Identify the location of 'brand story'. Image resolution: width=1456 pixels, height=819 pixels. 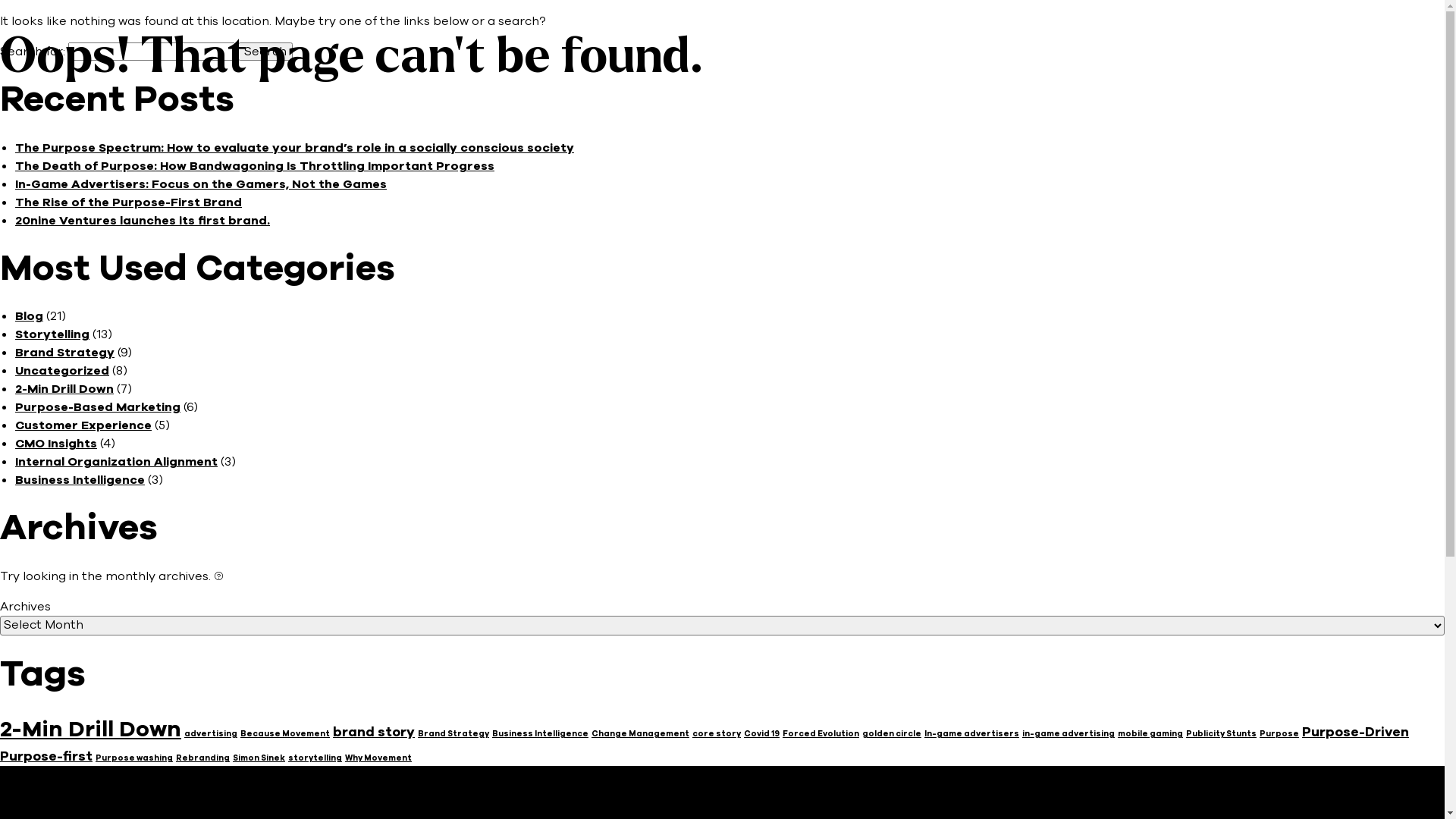
(374, 730).